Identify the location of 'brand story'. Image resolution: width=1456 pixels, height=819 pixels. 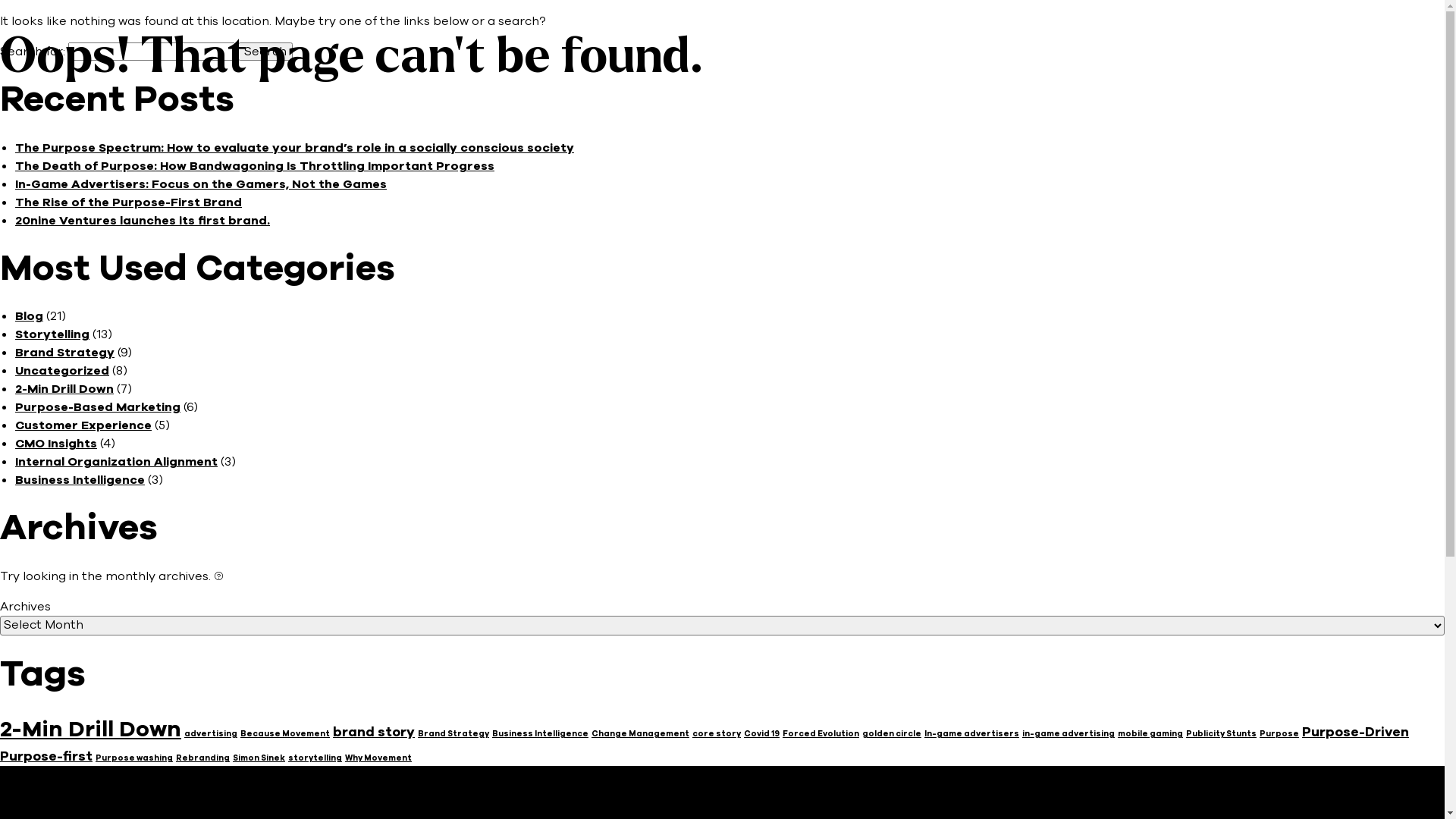
(374, 730).